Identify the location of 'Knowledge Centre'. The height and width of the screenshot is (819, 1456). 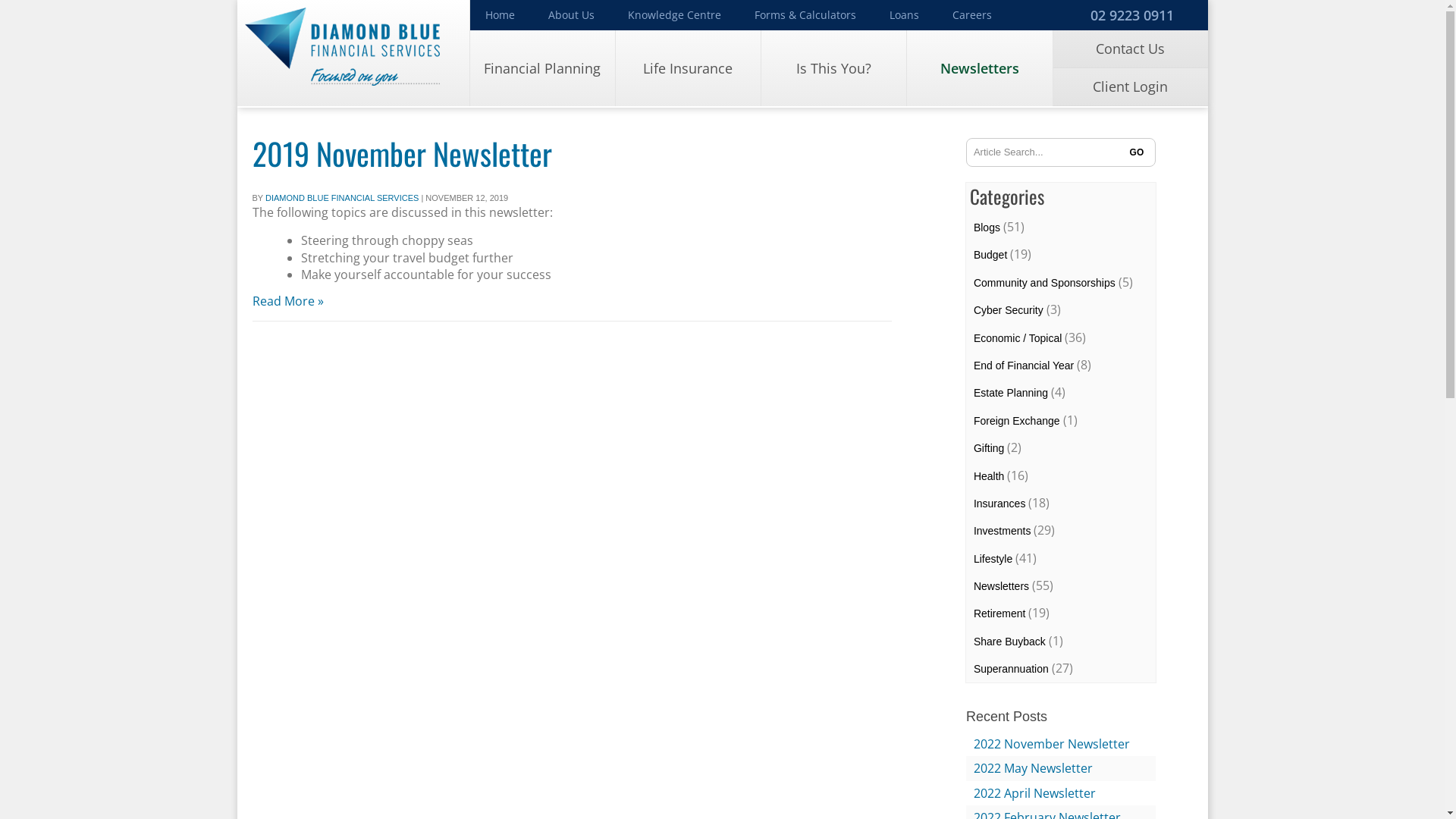
(673, 14).